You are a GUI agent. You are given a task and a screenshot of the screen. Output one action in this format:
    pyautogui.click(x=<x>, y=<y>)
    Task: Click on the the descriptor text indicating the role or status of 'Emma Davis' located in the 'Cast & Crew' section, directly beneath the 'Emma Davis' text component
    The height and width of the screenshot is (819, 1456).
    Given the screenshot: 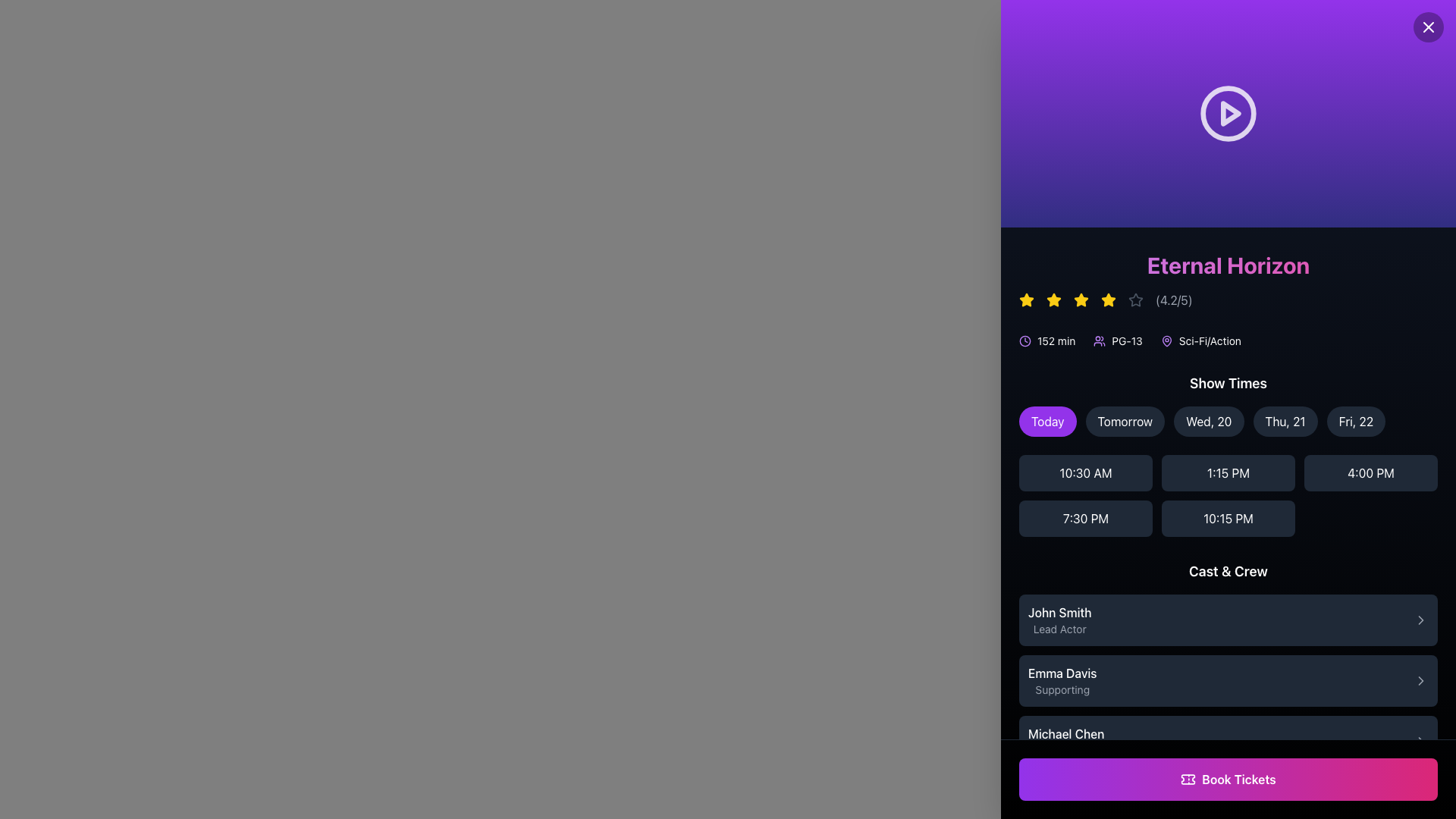 What is the action you would take?
    pyautogui.click(x=1062, y=690)
    